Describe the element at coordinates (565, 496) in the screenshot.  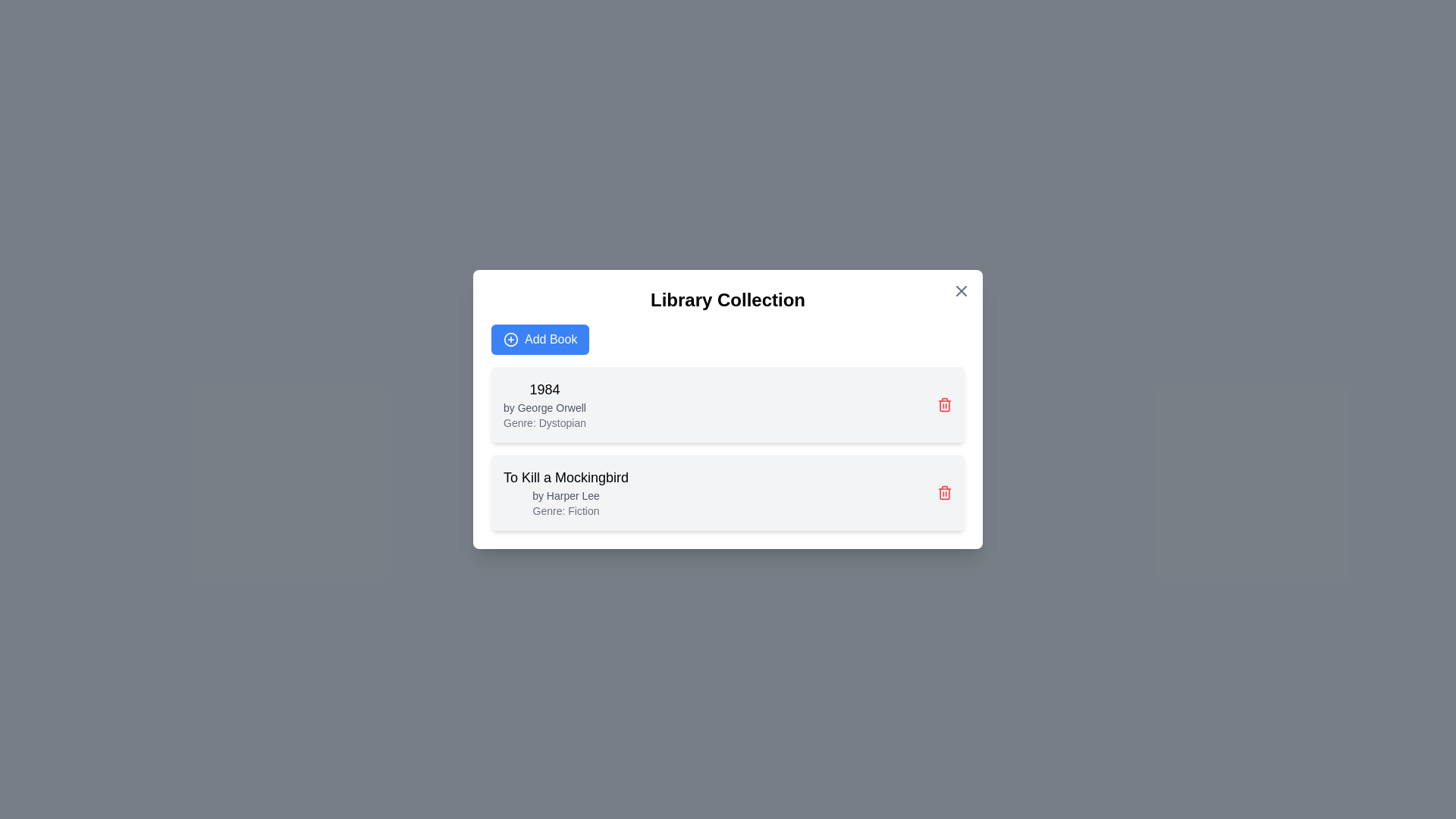
I see `the text label reading 'by Harper Lee.' which is styled in grayish color and positioned under the title 'To Kill a Mockingbird.'` at that location.